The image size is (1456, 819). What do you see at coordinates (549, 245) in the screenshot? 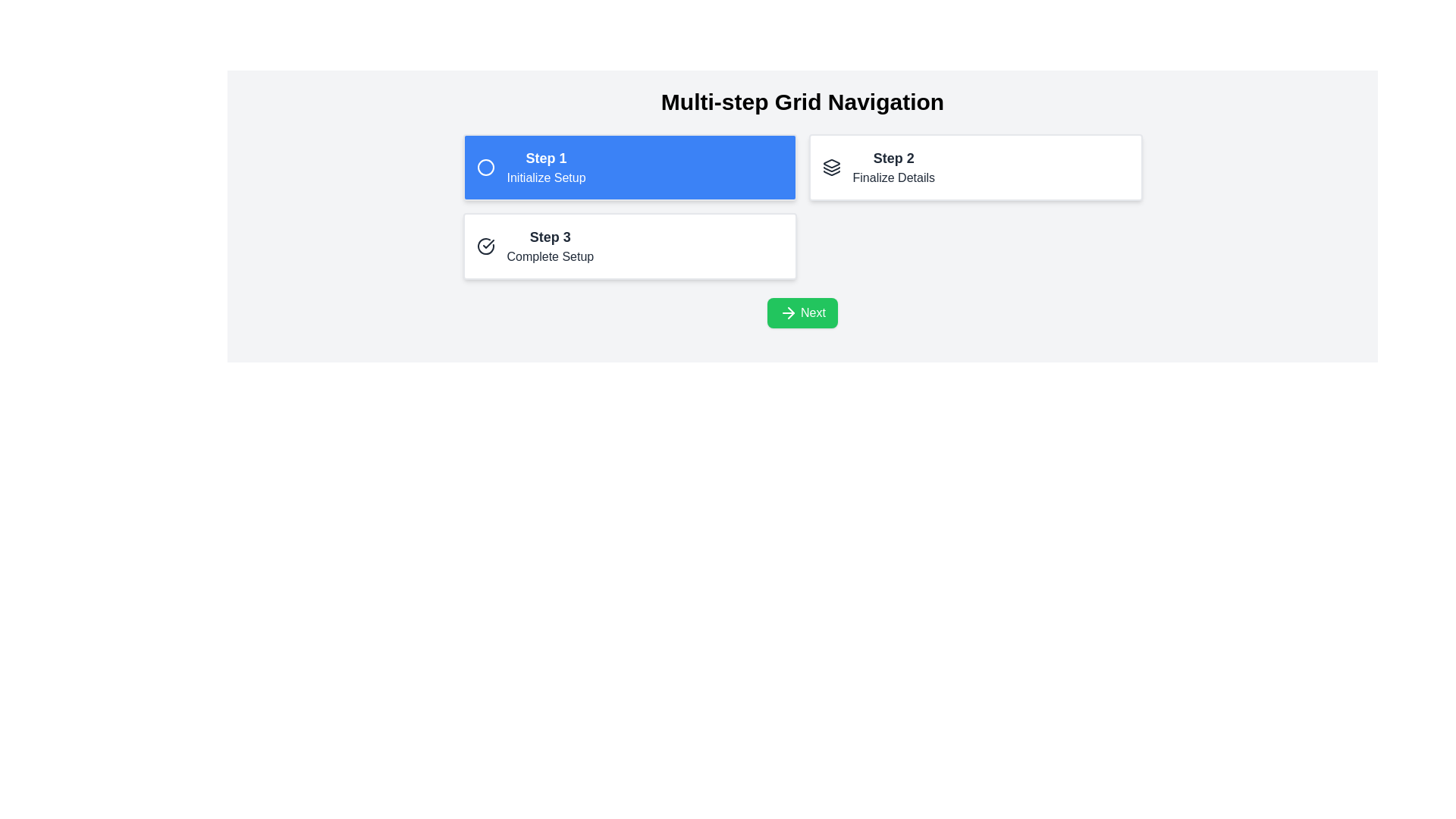
I see `the multi-line text label element that displays 'Step 3' and 'Complete Setup', located in the third card of a multi-step progression layout` at bounding box center [549, 245].